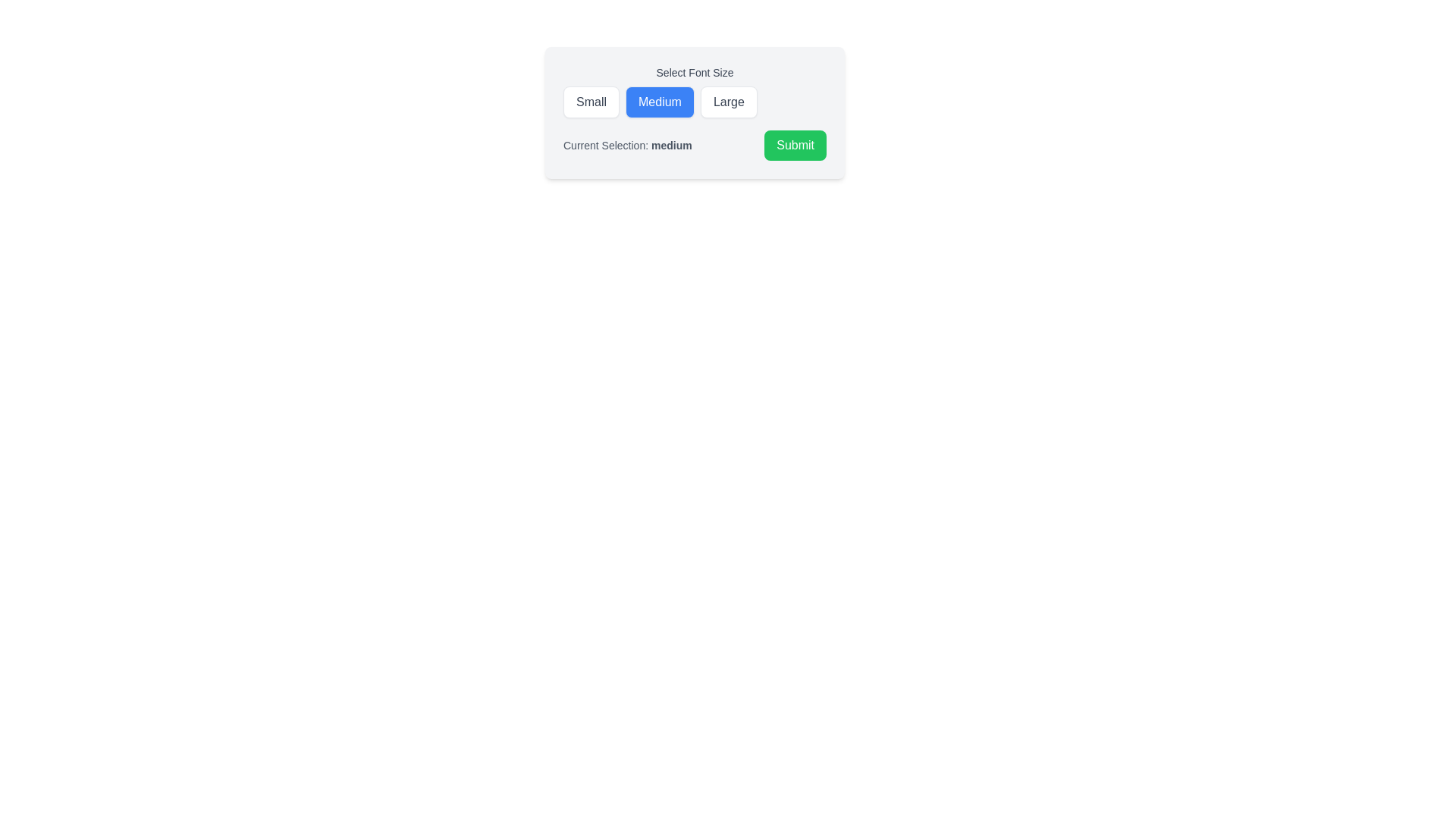 This screenshot has height=819, width=1456. What do you see at coordinates (670, 146) in the screenshot?
I see `the text label 'medium' which is styled in bold and is part of the phrase 'Current Selection: medium', located below the font size selection buttons and to the left of the 'Submit' button` at bounding box center [670, 146].